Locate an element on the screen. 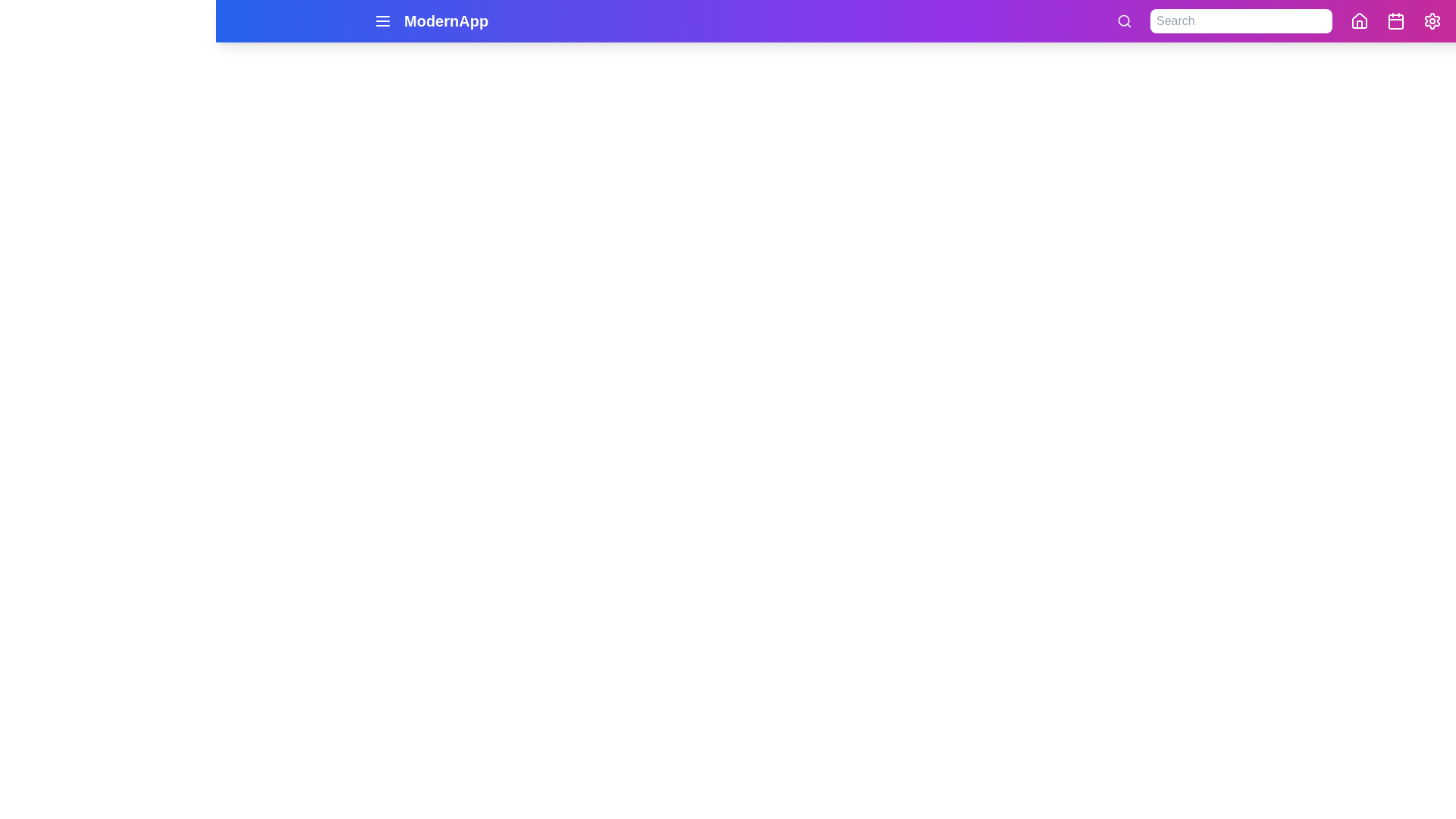  the home icon located within the header bar, the second icon from the right is located at coordinates (1360, 20).